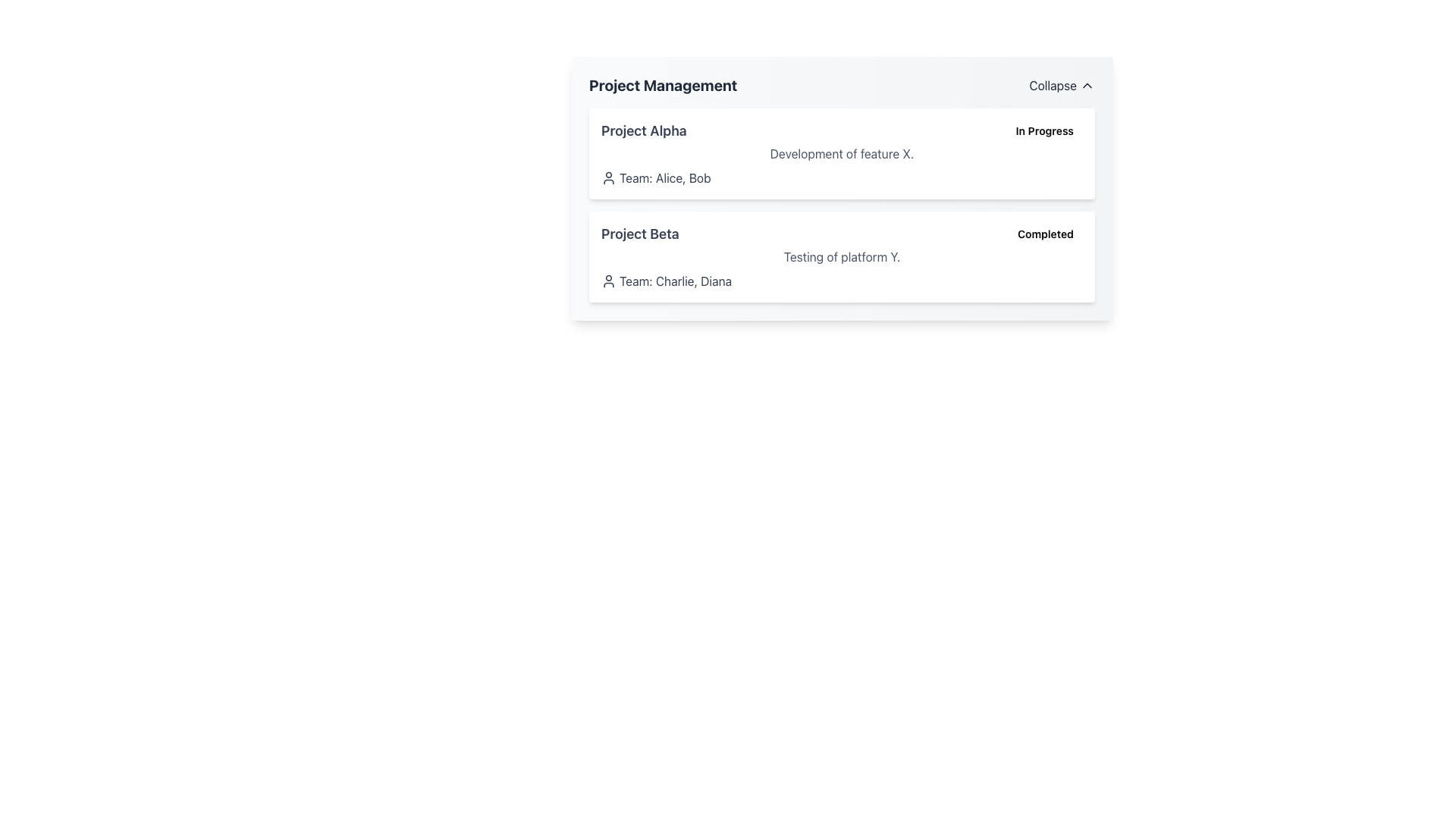 The width and height of the screenshot is (1456, 819). What do you see at coordinates (1044, 234) in the screenshot?
I see `the status indicator badge for 'Project Beta' located in the second row of the list, positioned to the far-right of the label` at bounding box center [1044, 234].